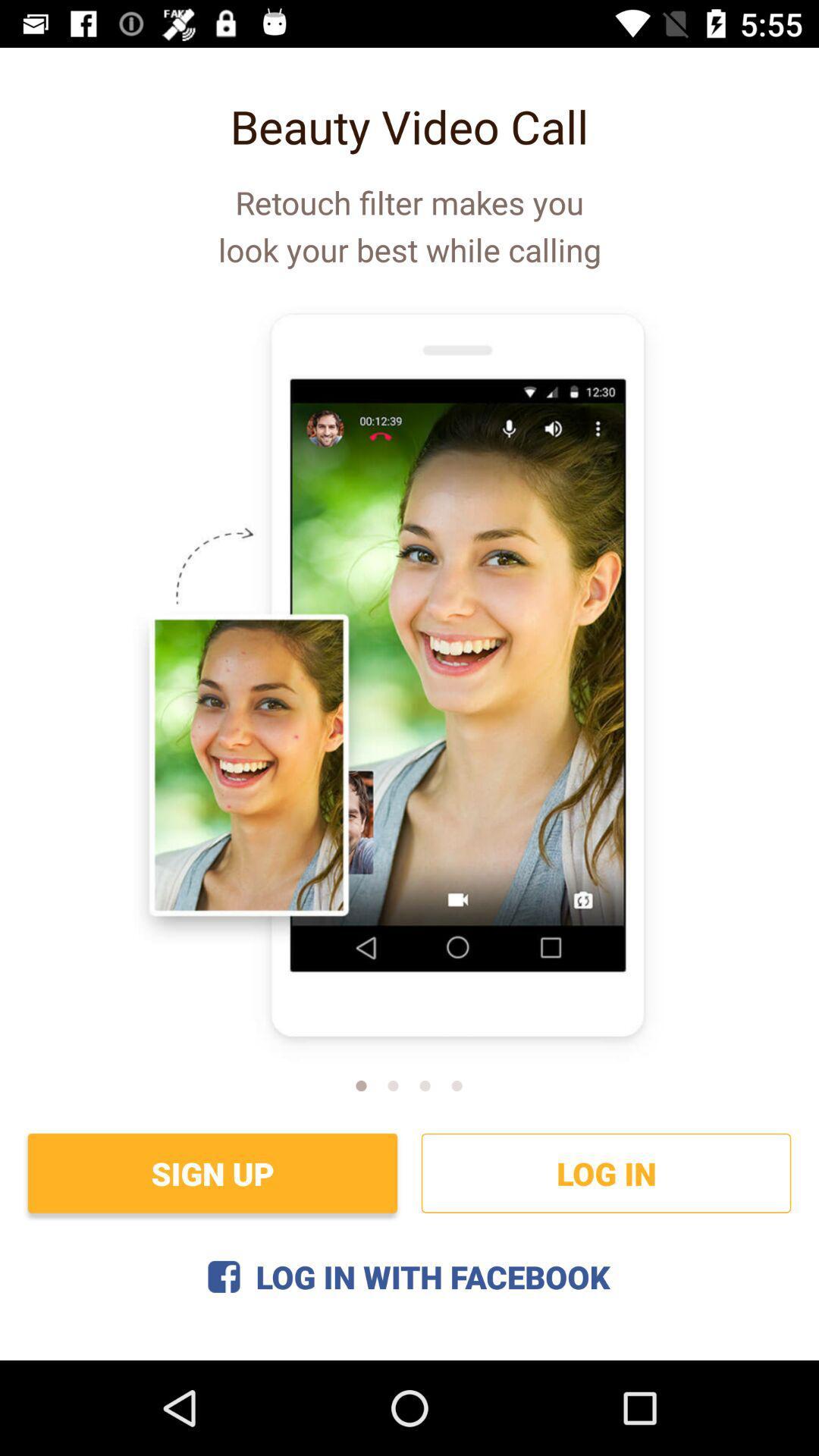 Image resolution: width=819 pixels, height=1456 pixels. Describe the element at coordinates (212, 1172) in the screenshot. I see `the sign up item` at that location.